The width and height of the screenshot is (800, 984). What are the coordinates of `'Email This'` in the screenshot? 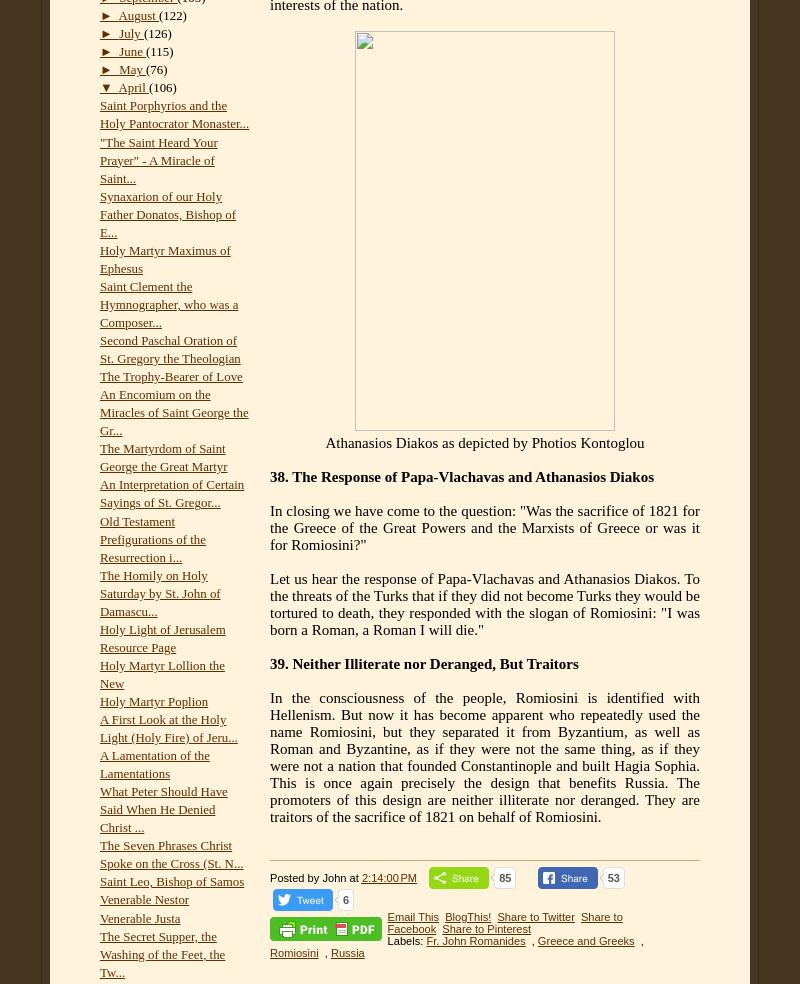 It's located at (412, 916).